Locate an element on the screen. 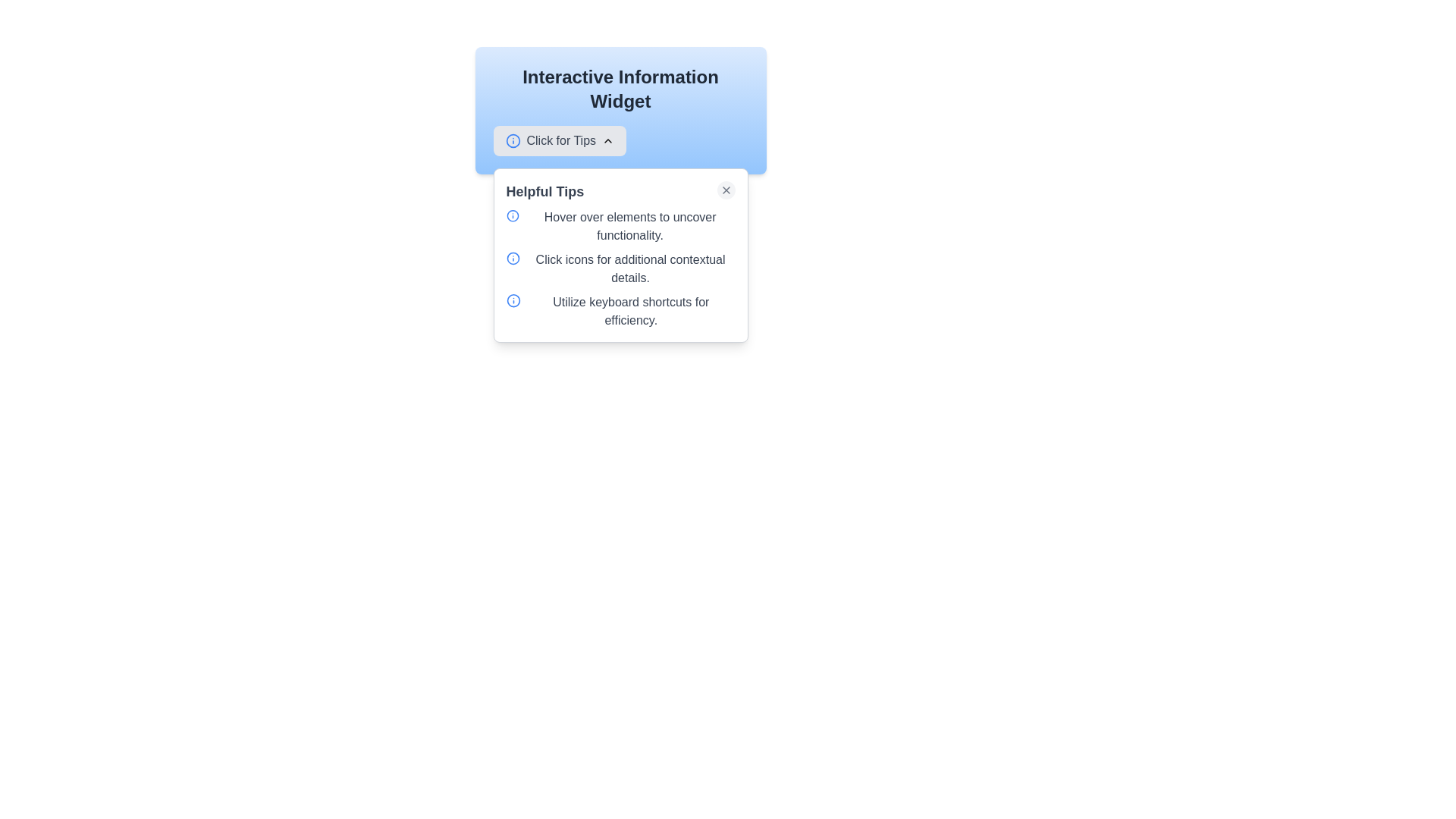 This screenshot has height=819, width=1456. the text label stating 'Click icons for additional contextual details' located in the 'Helpful Tips' section, positioned below 'Hover over elements to uncover functionality' is located at coordinates (630, 268).